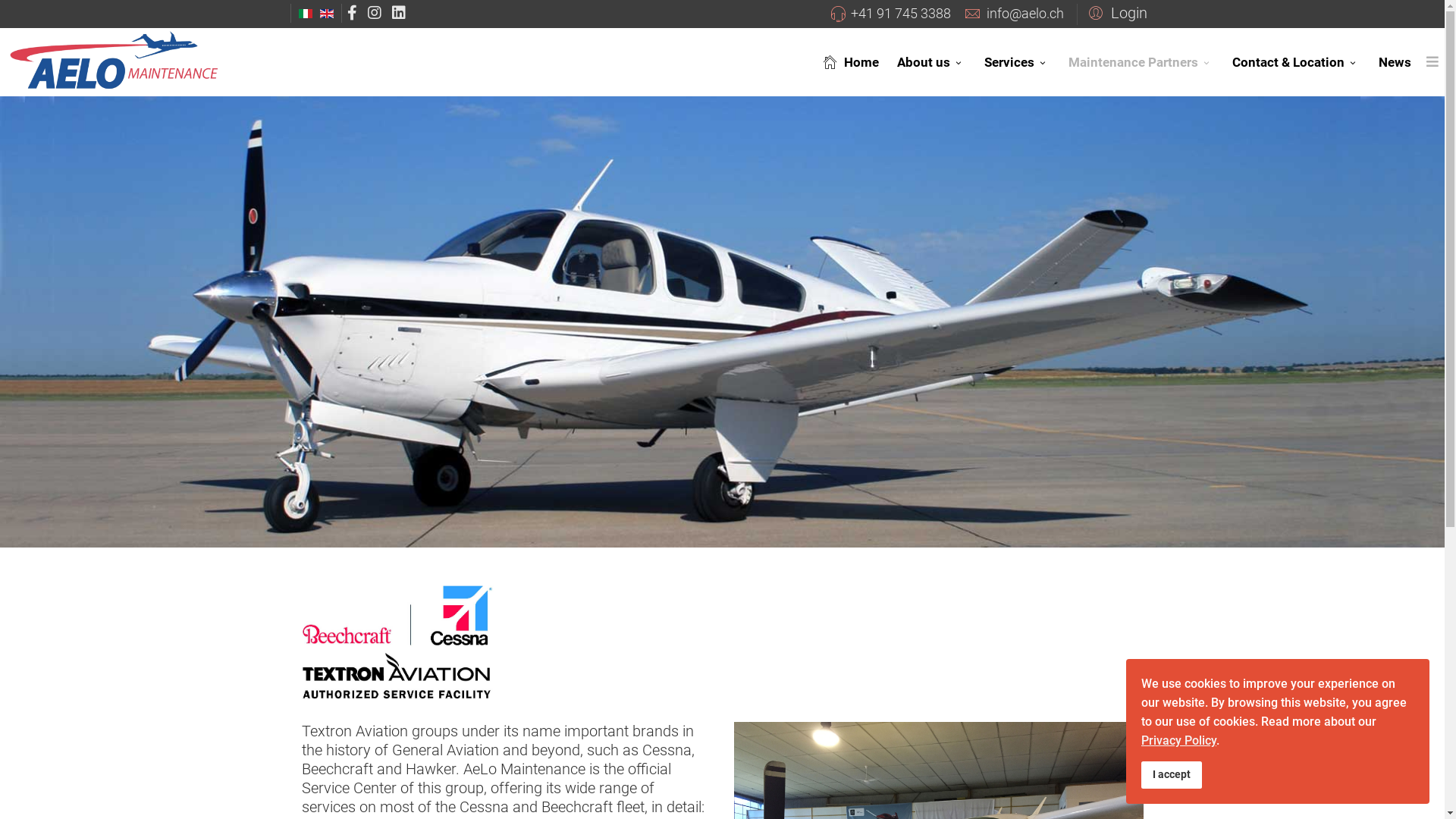 The height and width of the screenshot is (819, 1456). I want to click on 'Menu', so click(1432, 61).